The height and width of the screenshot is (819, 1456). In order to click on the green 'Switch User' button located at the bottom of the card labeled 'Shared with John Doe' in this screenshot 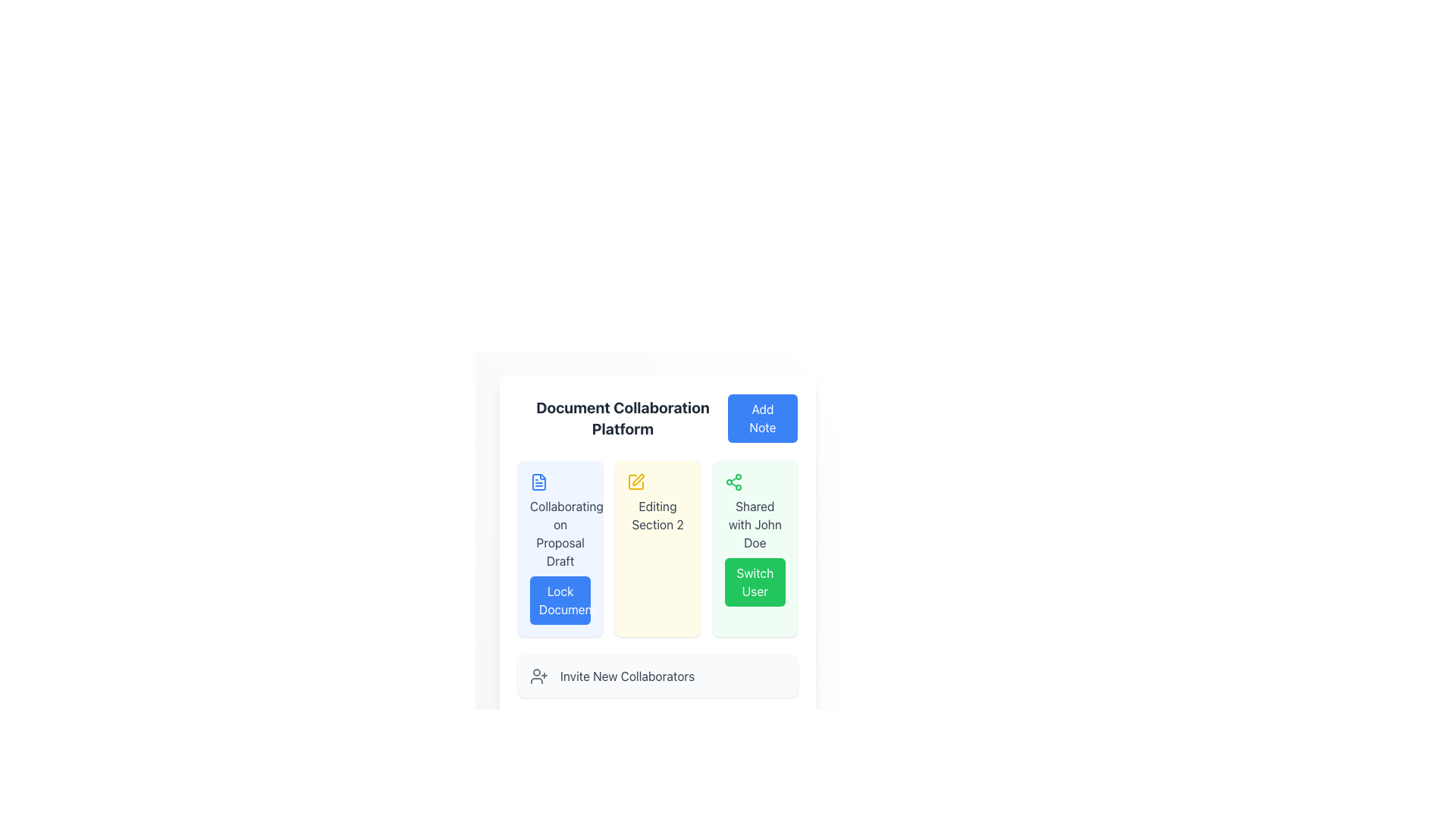, I will do `click(755, 581)`.